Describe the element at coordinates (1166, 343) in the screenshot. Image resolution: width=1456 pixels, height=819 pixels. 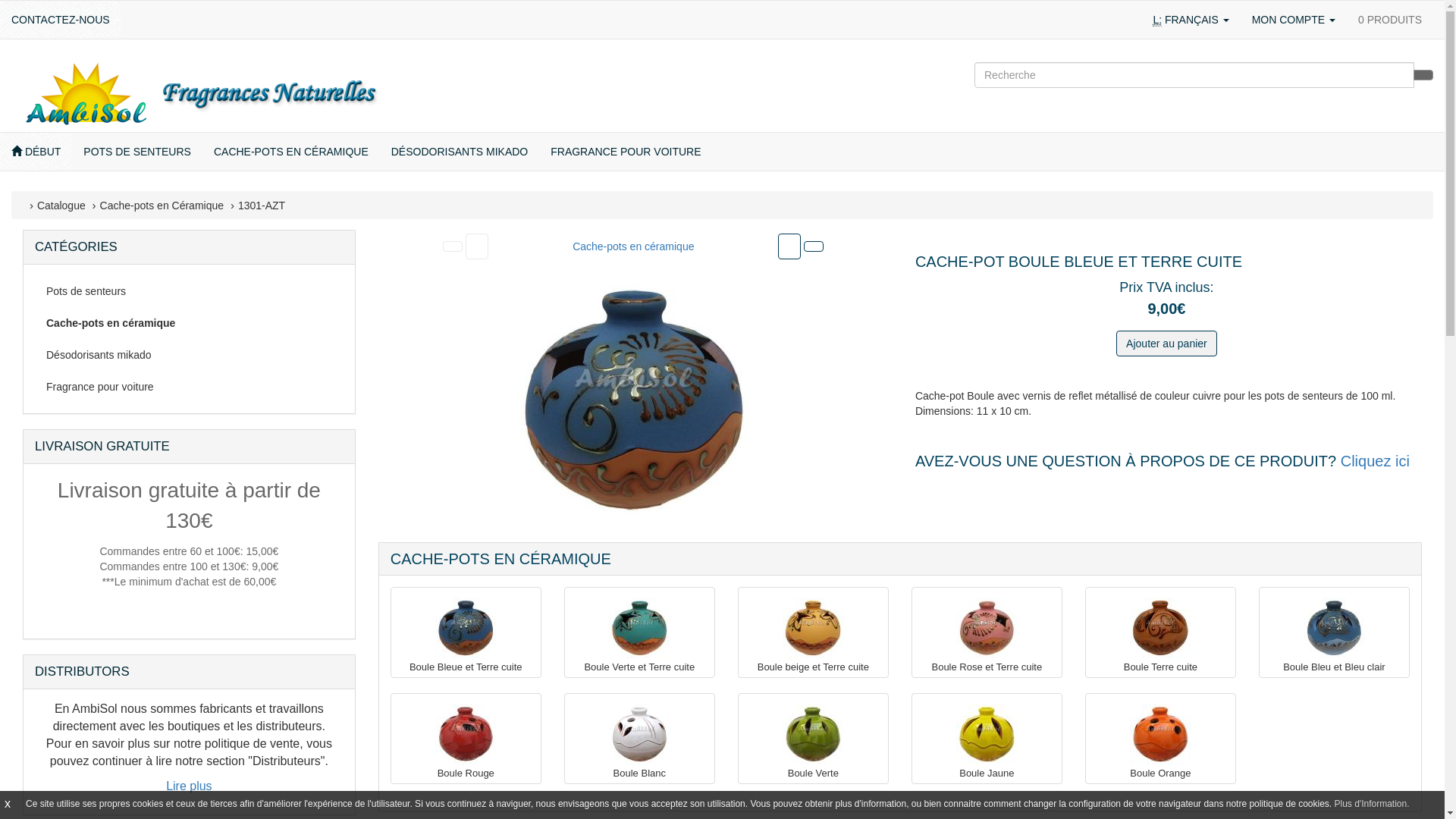
I see `'Ajouter au panier'` at that location.